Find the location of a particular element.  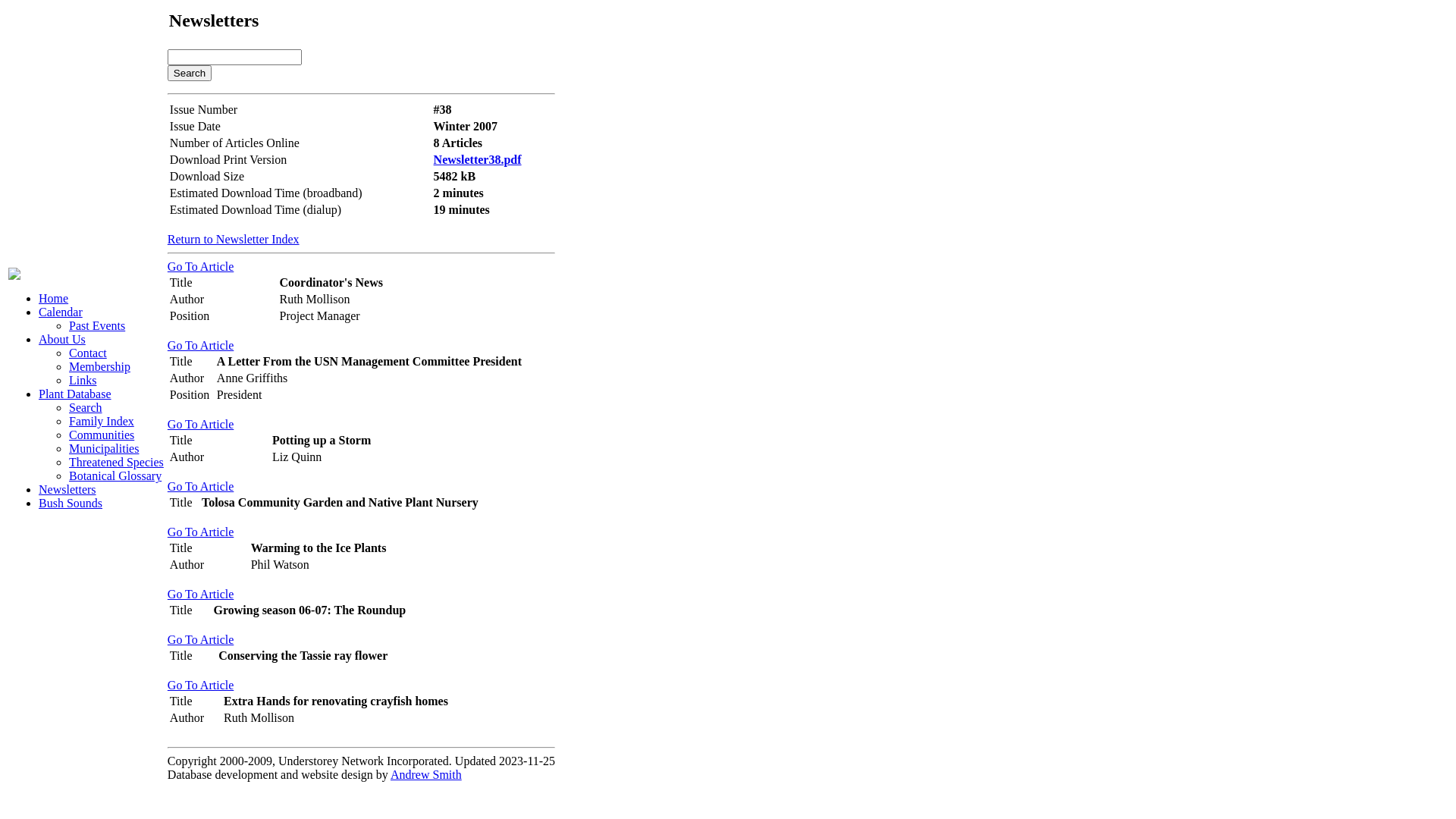

'Contact' is located at coordinates (86, 353).